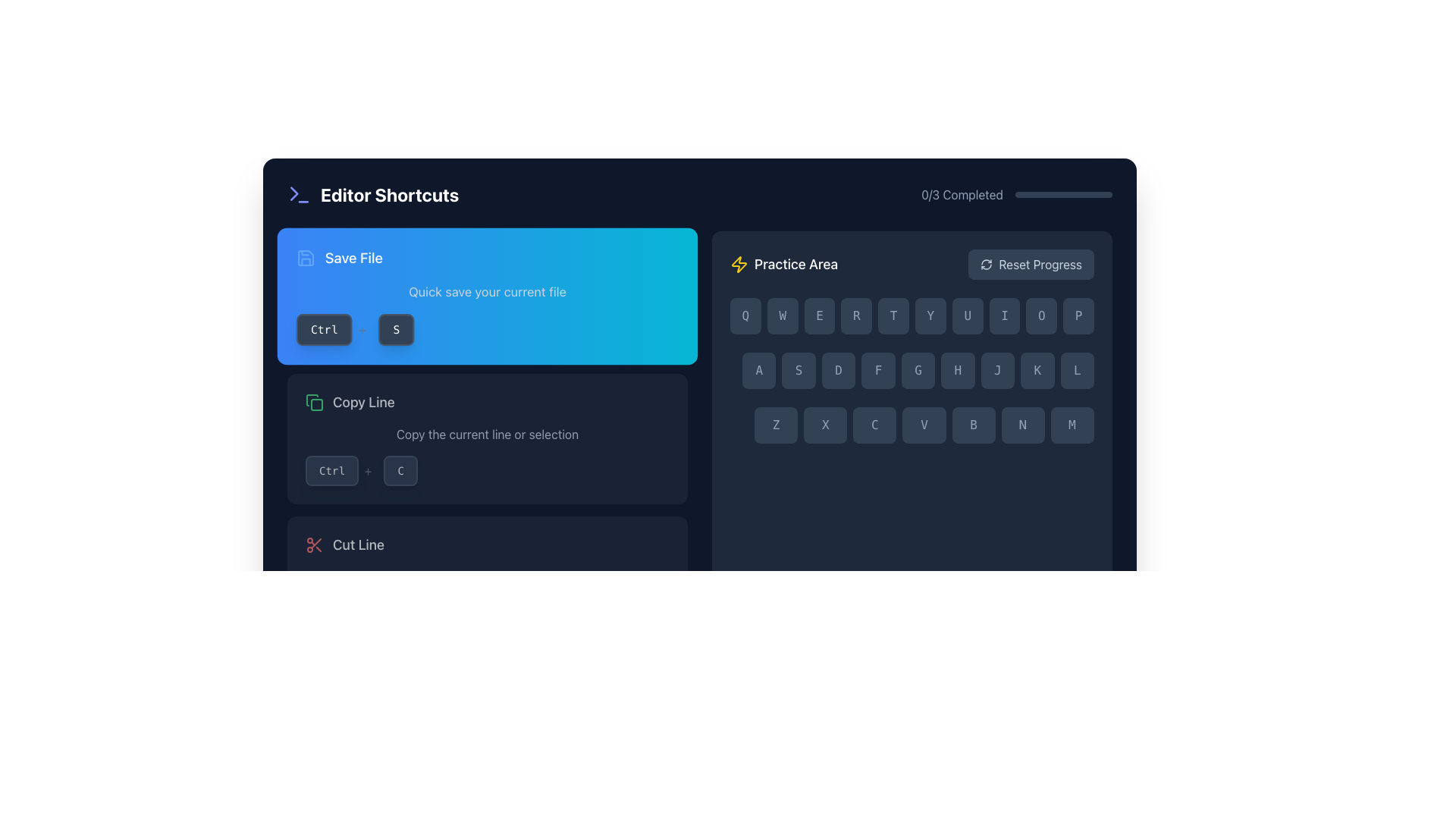 The width and height of the screenshot is (1456, 819). I want to click on the Text and progress bar combination displaying '0/3 Completed' located at the top-right corner of the interface, aligned with the 'Editor Shortcuts' header, so click(1017, 194).